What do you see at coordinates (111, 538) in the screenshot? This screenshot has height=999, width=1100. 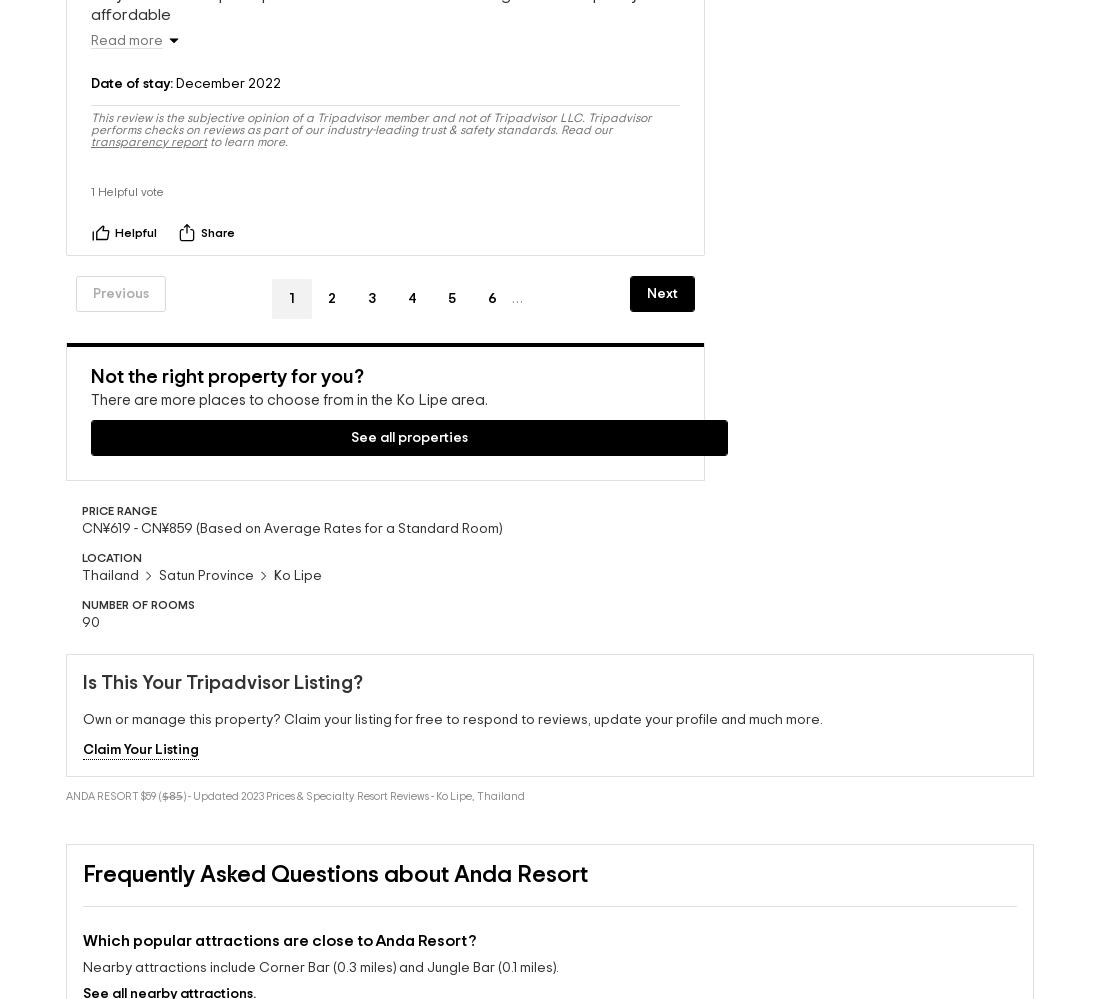 I see `'LOCATION'` at bounding box center [111, 538].